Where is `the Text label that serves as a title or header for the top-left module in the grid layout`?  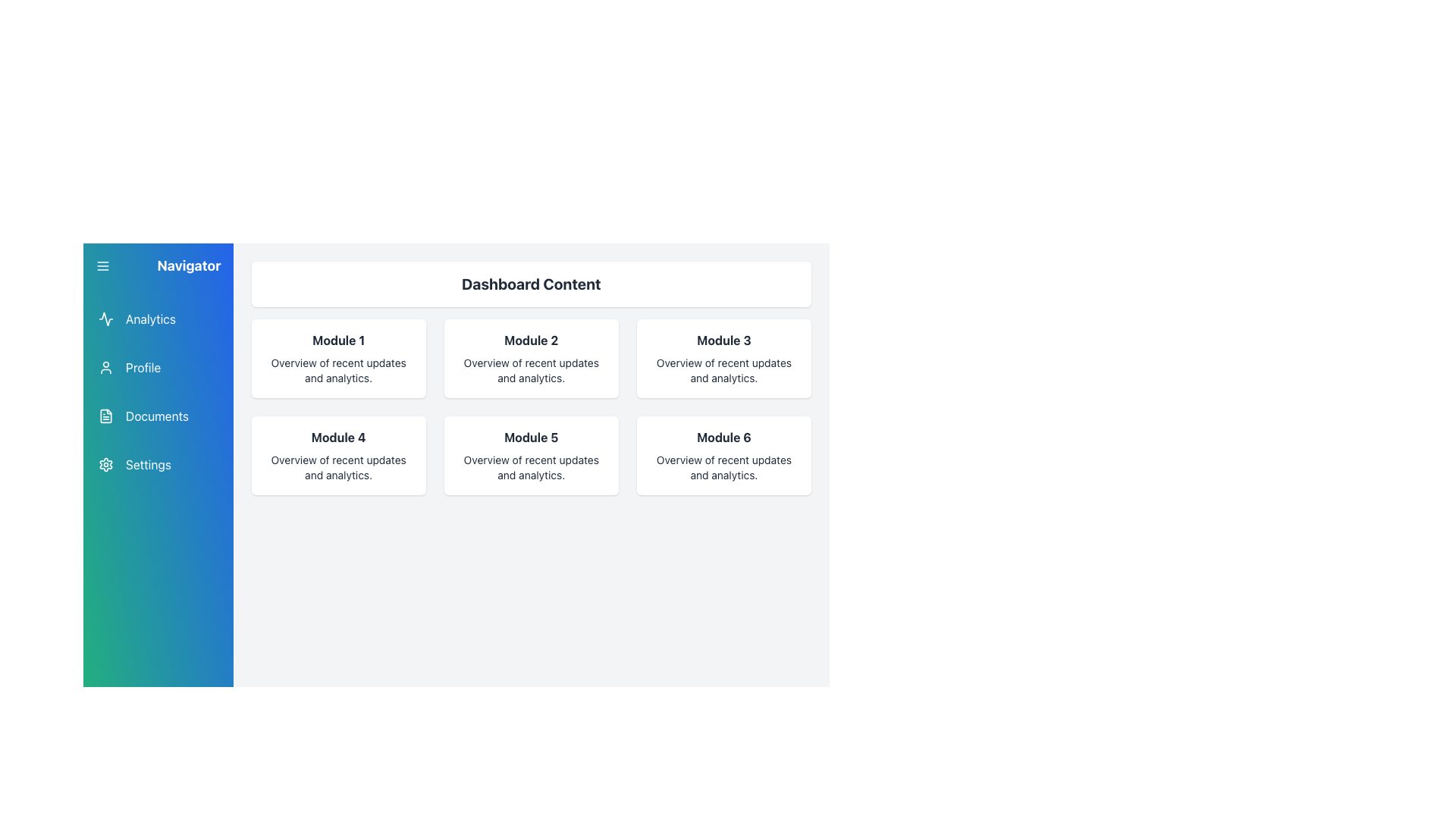 the Text label that serves as a title or header for the top-left module in the grid layout is located at coordinates (337, 339).